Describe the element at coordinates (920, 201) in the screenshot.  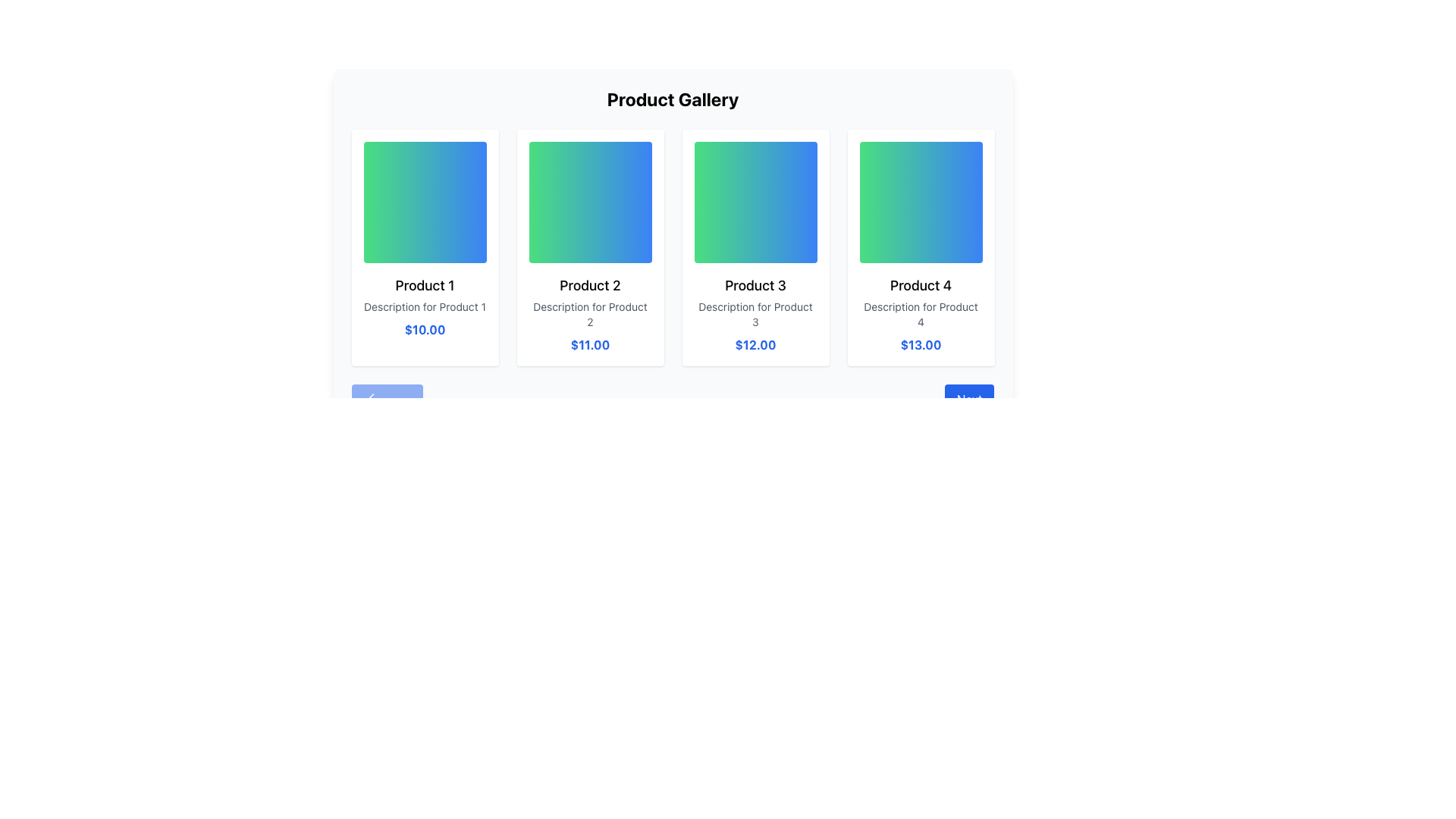
I see `the decorative element located at the top of the 'Product 4' card, which serves as a visual representation or banner associated with the product` at that location.